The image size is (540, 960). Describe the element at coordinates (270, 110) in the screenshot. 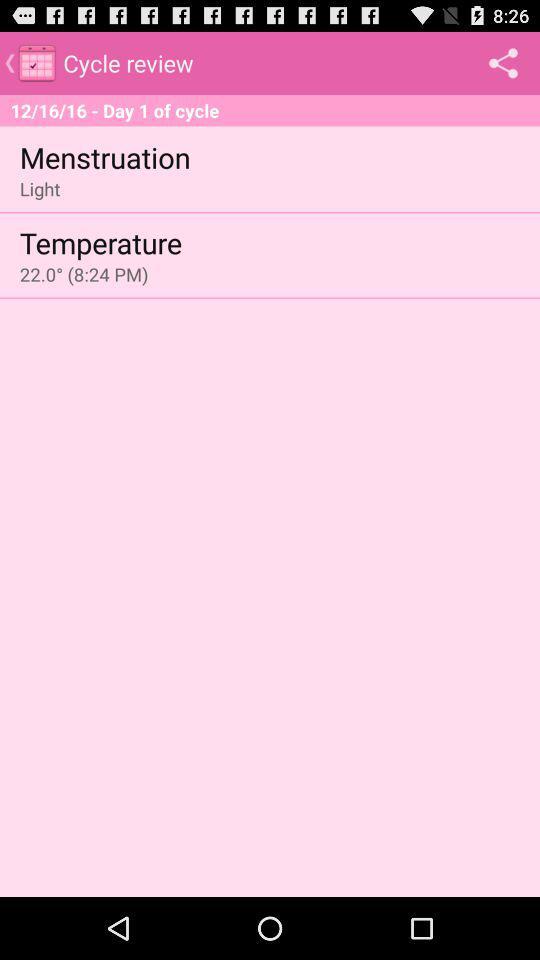

I see `the 12 16 16 icon` at that location.